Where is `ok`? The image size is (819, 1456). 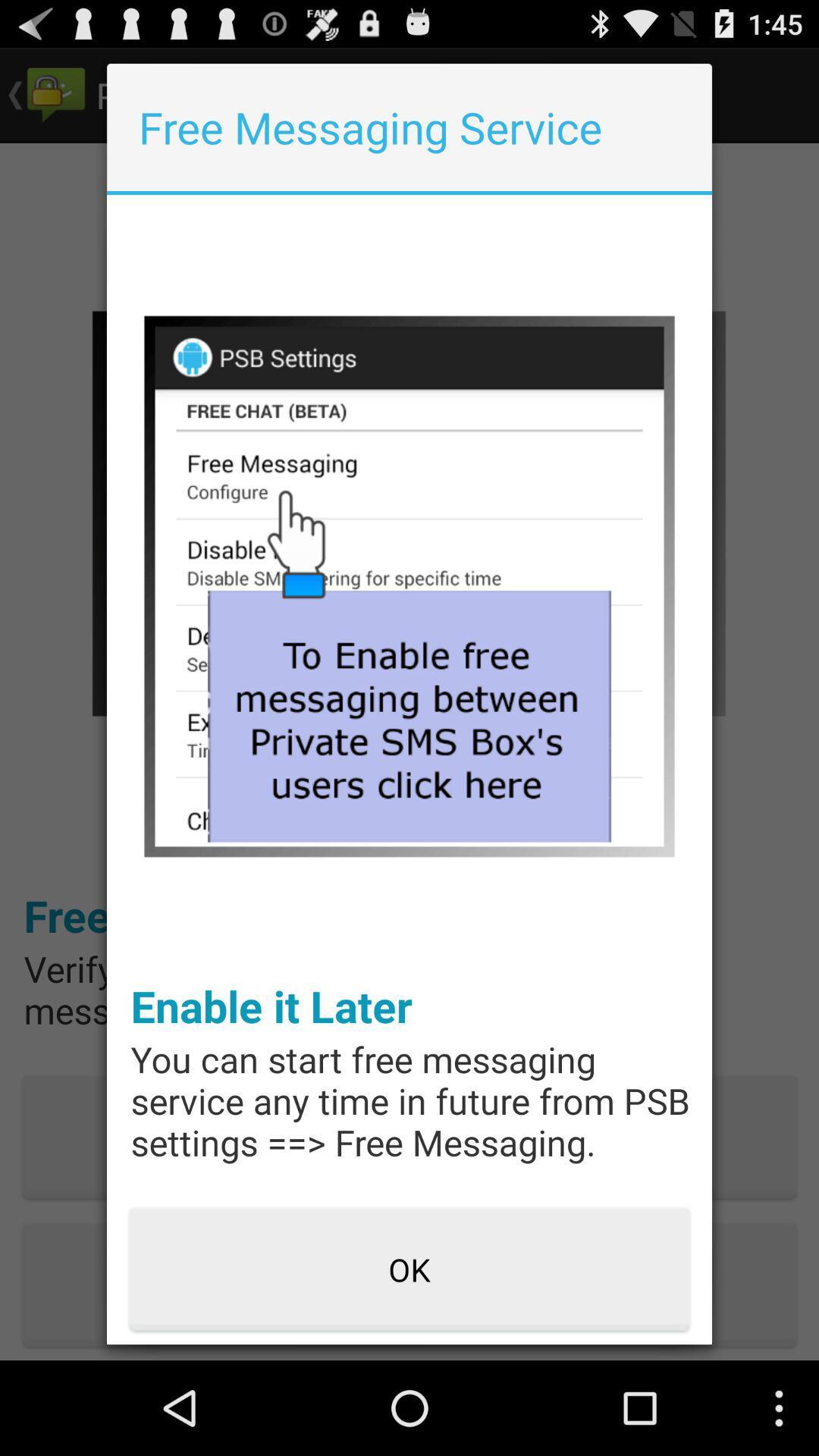 ok is located at coordinates (409, 1270).